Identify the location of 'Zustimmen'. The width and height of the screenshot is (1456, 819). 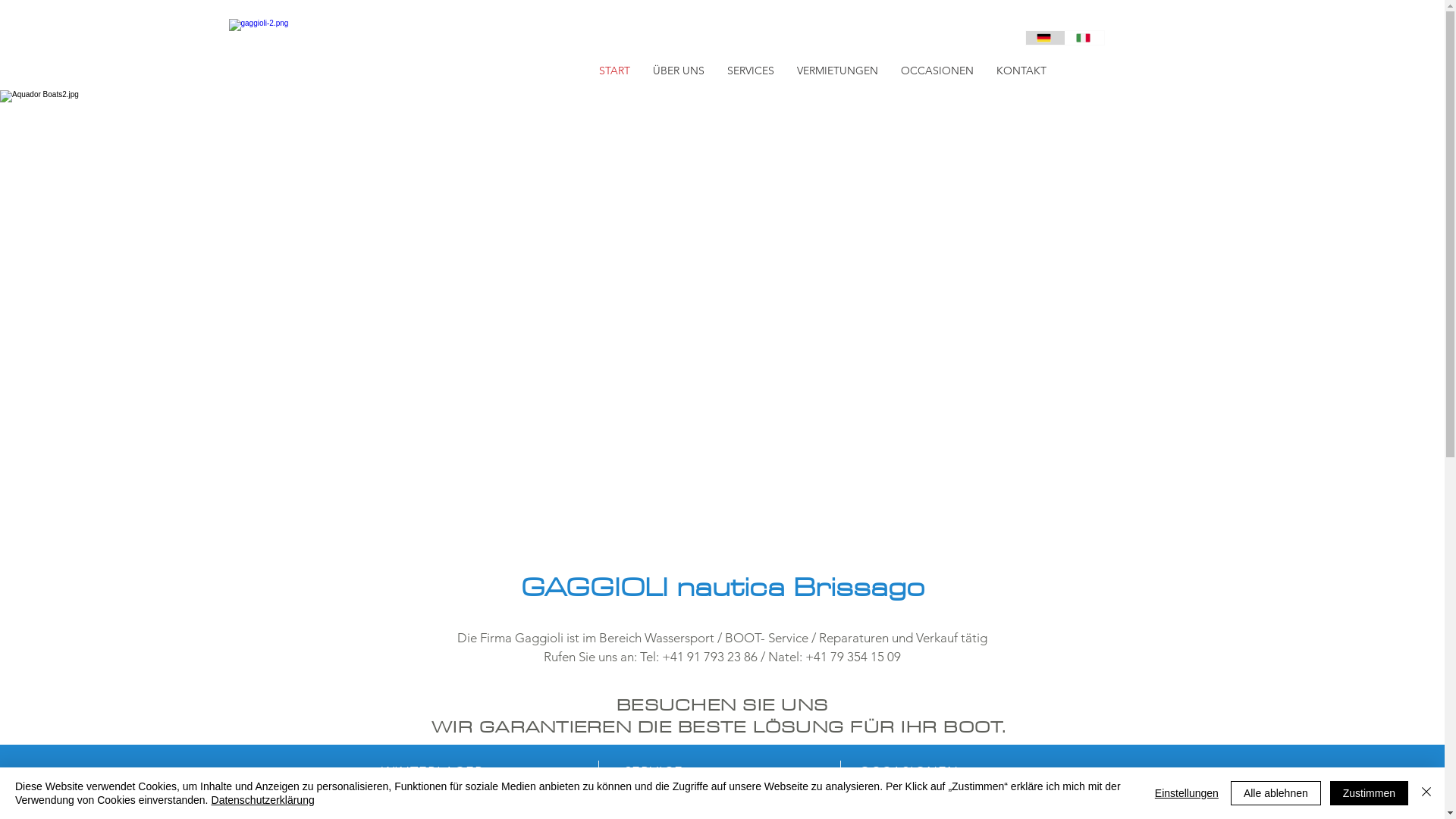
(1369, 792).